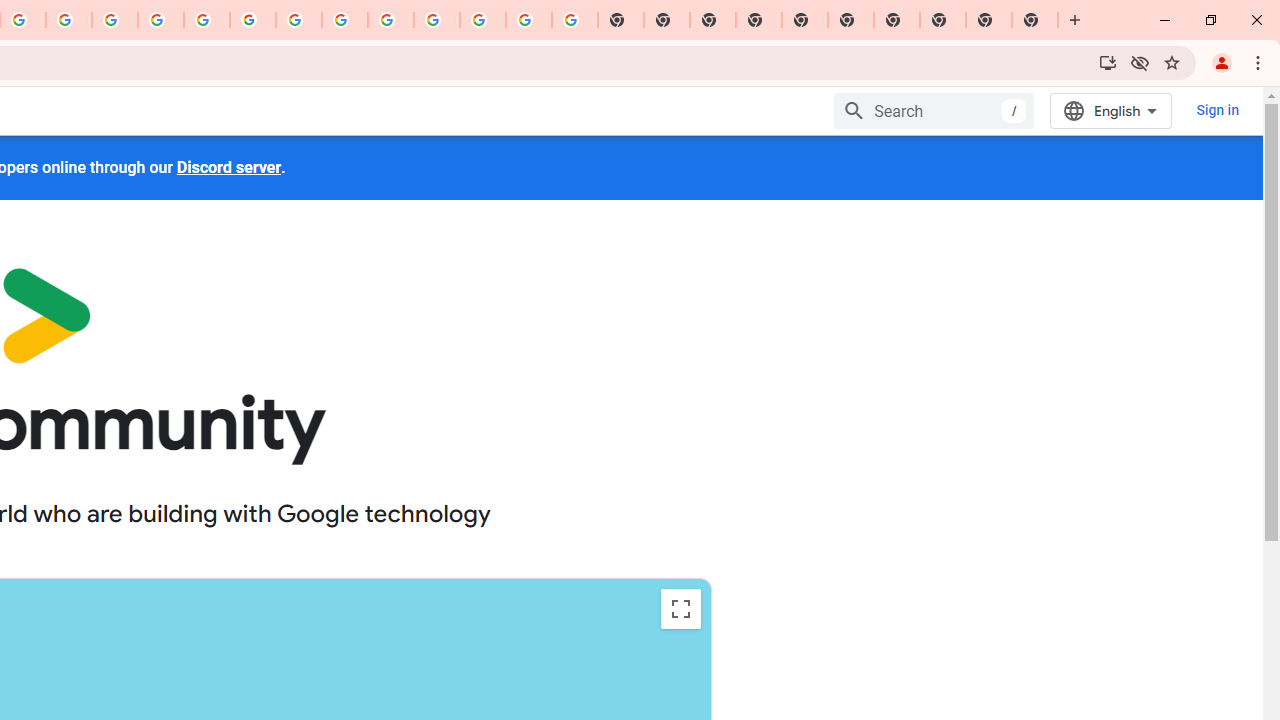 The image size is (1280, 720). Describe the element at coordinates (1074, 20) in the screenshot. I see `'New Tab'` at that location.